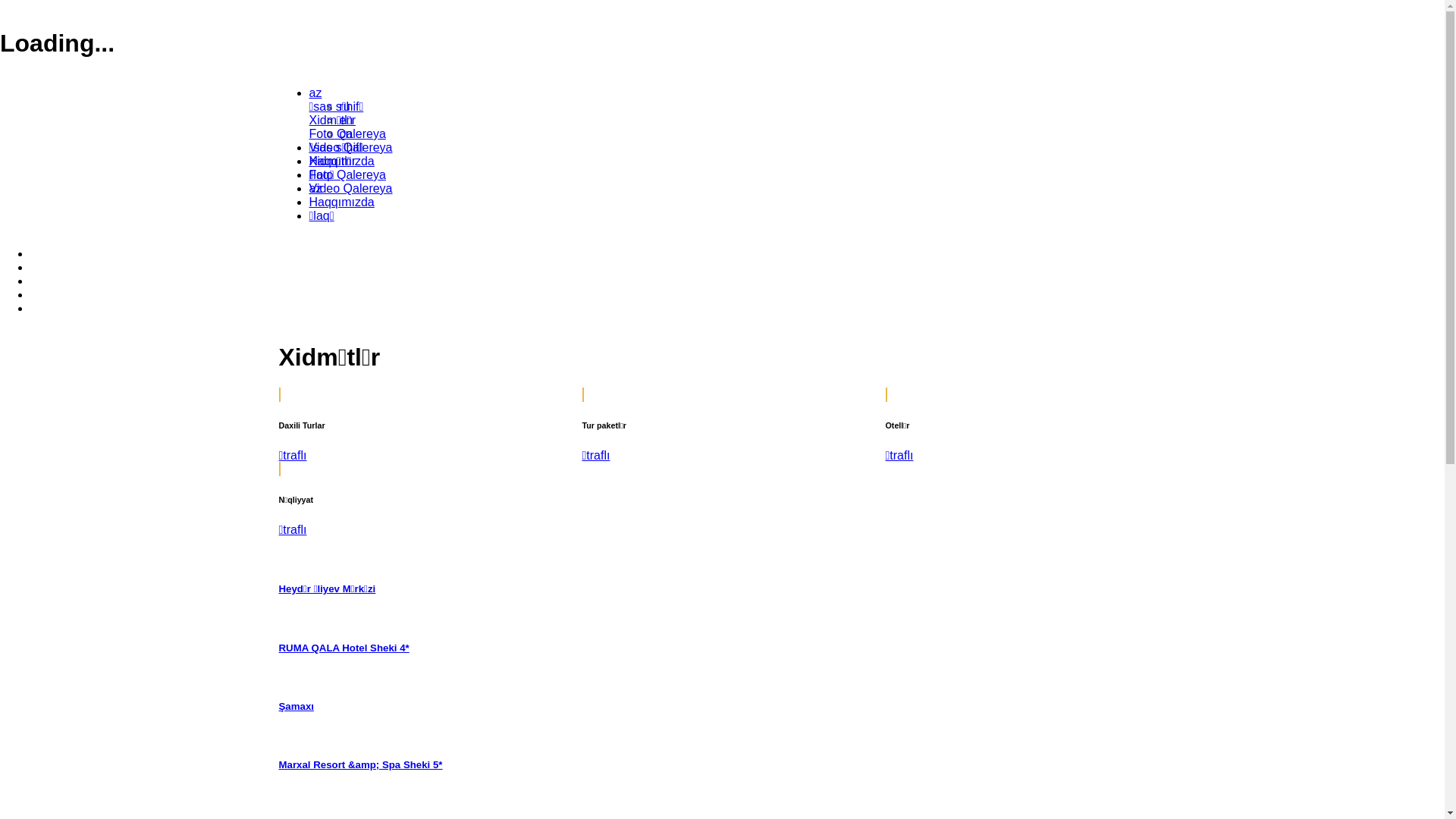 The width and height of the screenshot is (1456, 819). Describe the element at coordinates (309, 133) in the screenshot. I see `'Foto Qalereya'` at that location.